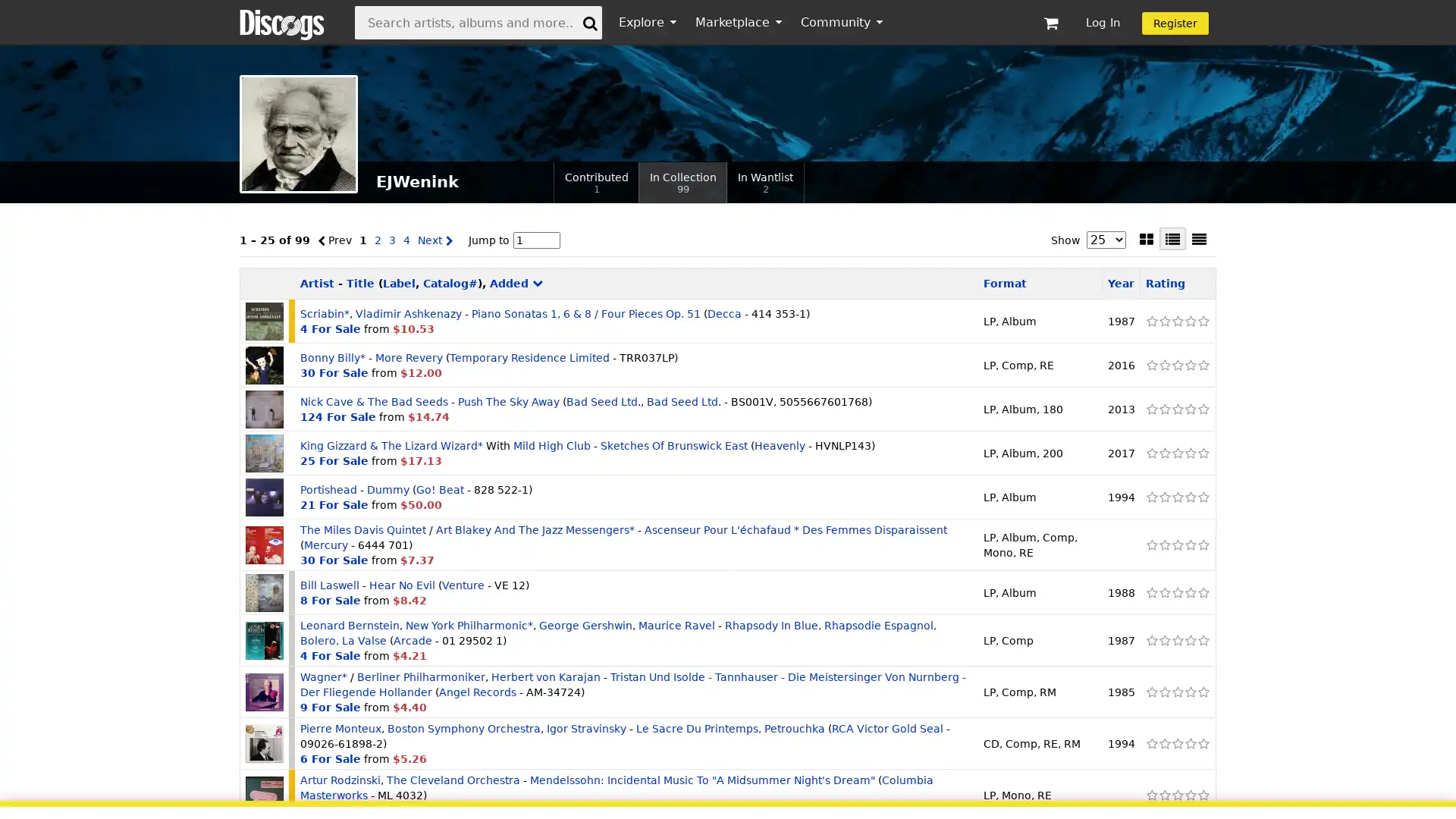  Describe the element at coordinates (1048, 786) in the screenshot. I see `Do Not Sell My Personal Information` at that location.